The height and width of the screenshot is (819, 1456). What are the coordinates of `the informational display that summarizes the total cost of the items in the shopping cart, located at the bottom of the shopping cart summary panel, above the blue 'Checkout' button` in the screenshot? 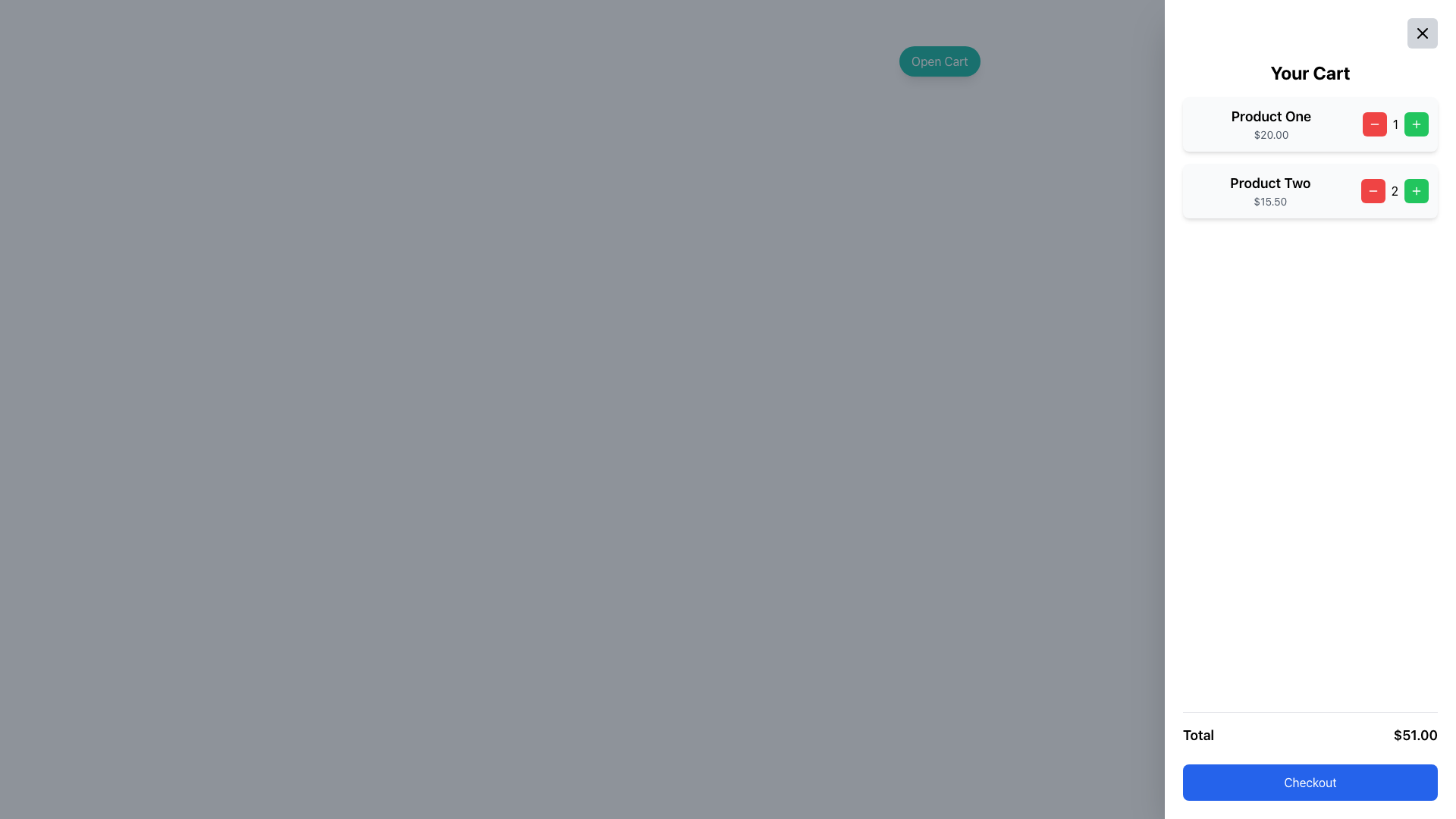 It's located at (1310, 734).